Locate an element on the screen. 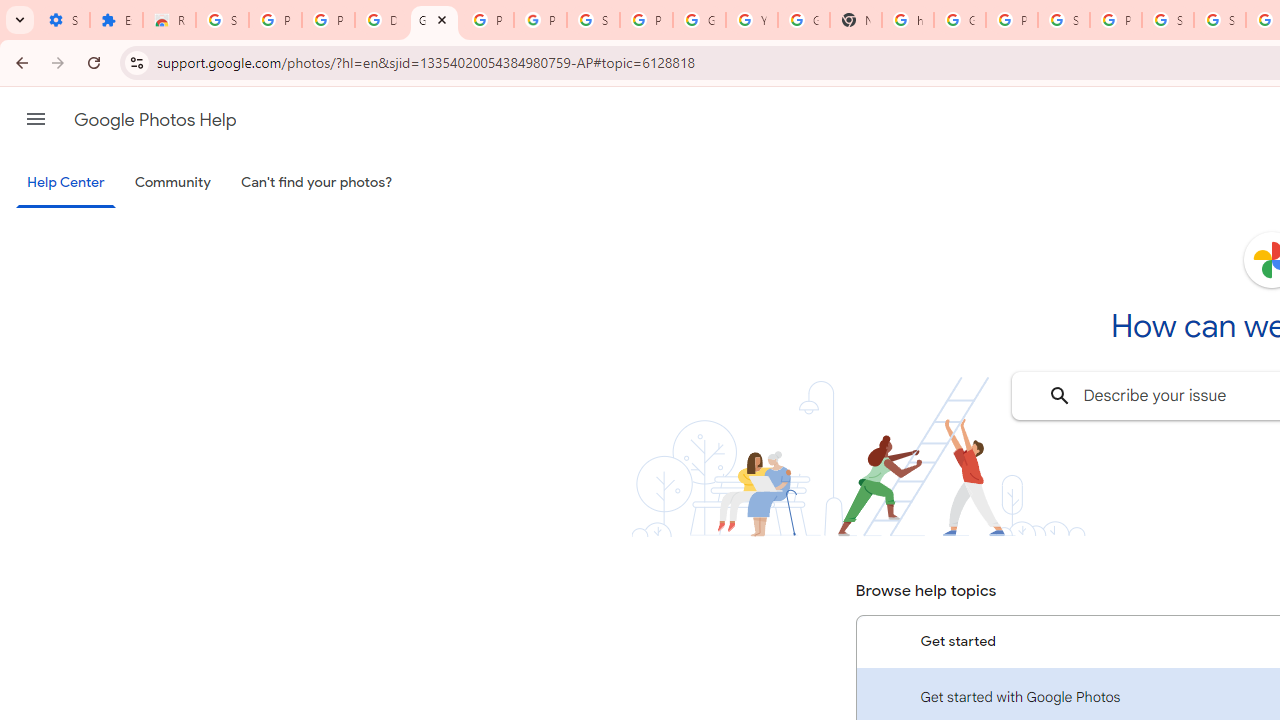 The height and width of the screenshot is (720, 1280). 'Search' is located at coordinates (1058, 396).